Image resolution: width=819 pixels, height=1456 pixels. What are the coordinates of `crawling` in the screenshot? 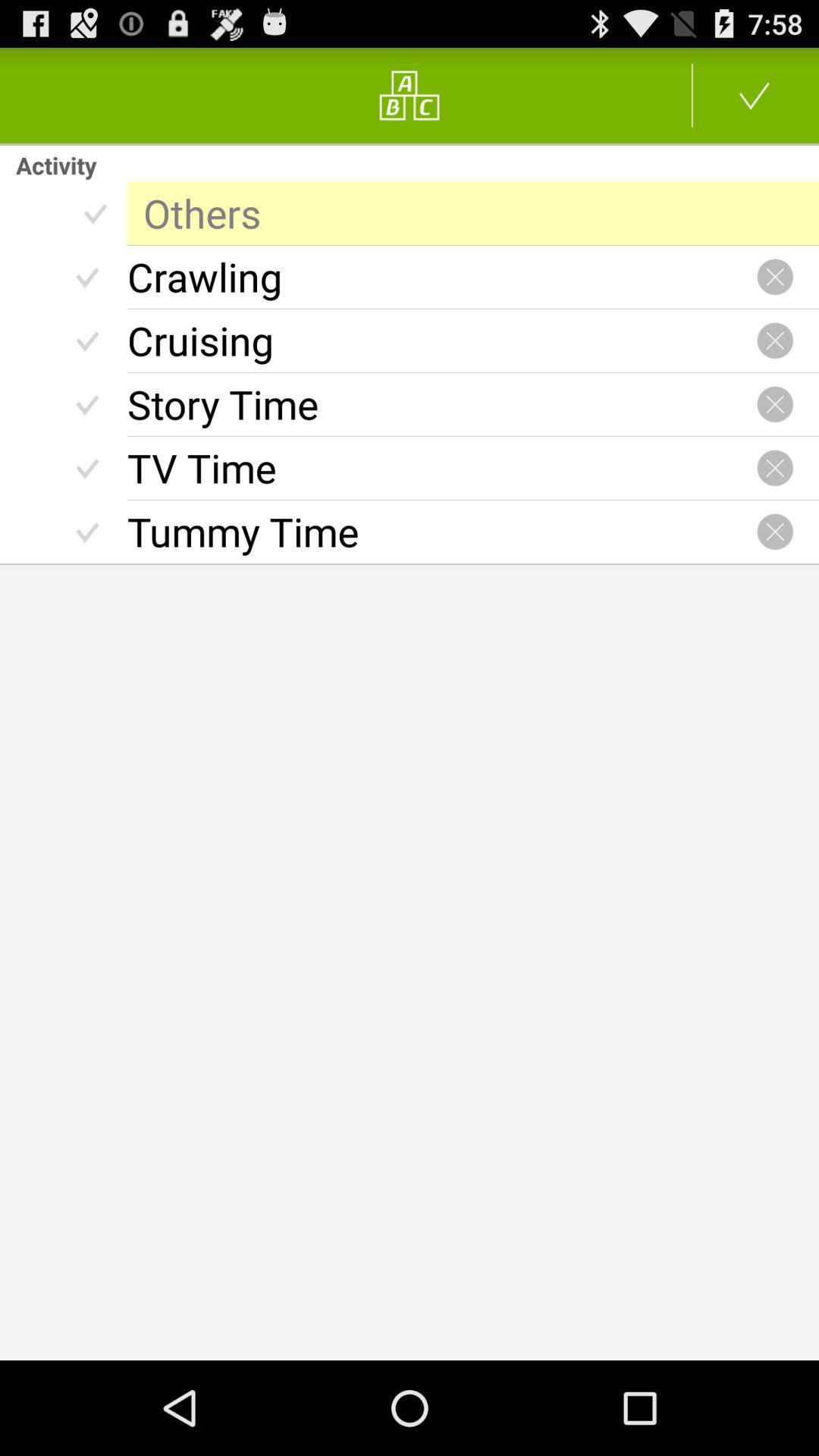 It's located at (441, 277).